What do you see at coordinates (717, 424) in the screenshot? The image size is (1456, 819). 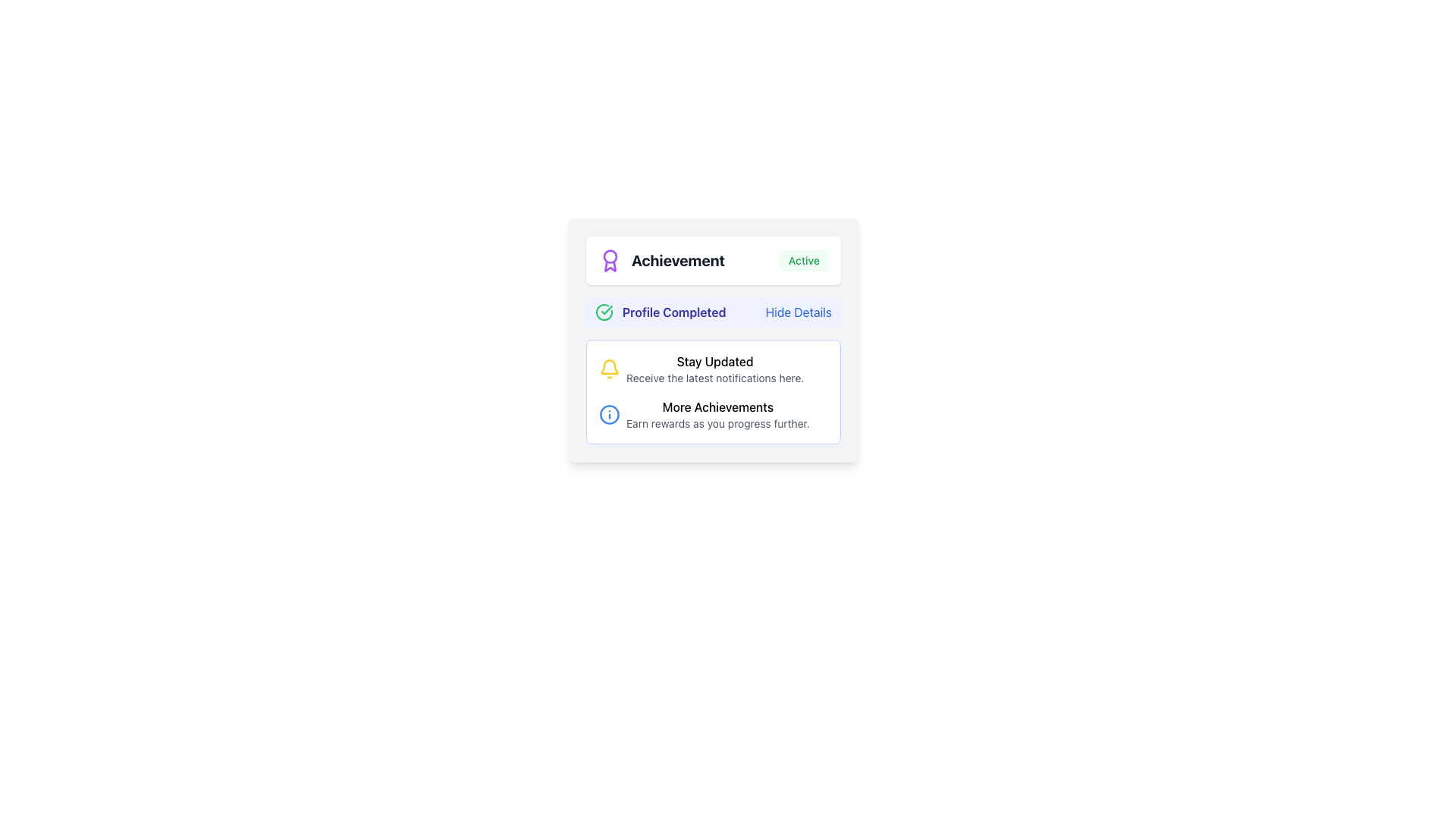 I see `the informational text that reads 'Earn rewards as you progress further.', which is styled in a smaller gray font and located below the heading 'More Achievements'` at bounding box center [717, 424].